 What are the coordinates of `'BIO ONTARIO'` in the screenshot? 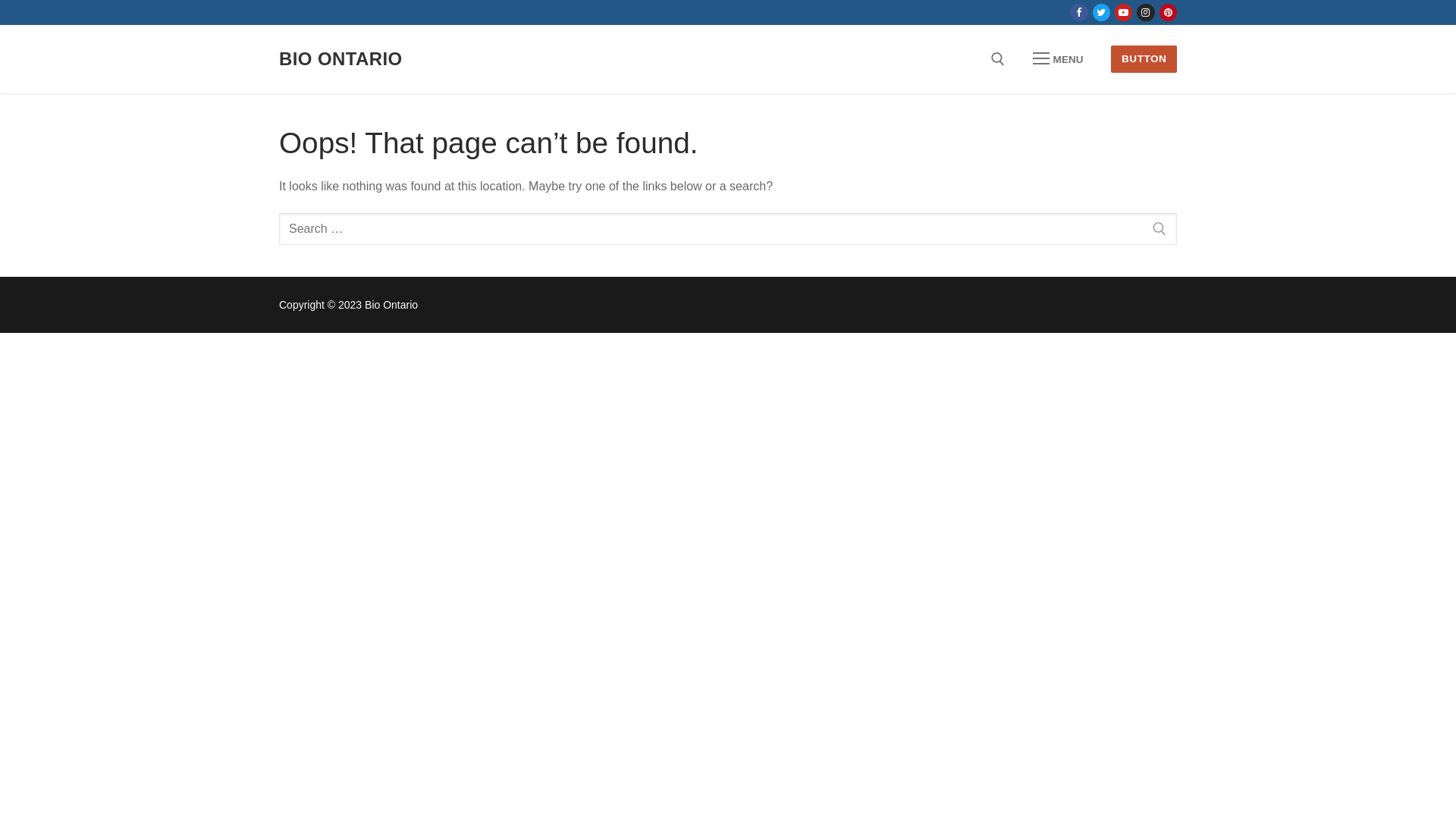 It's located at (279, 58).